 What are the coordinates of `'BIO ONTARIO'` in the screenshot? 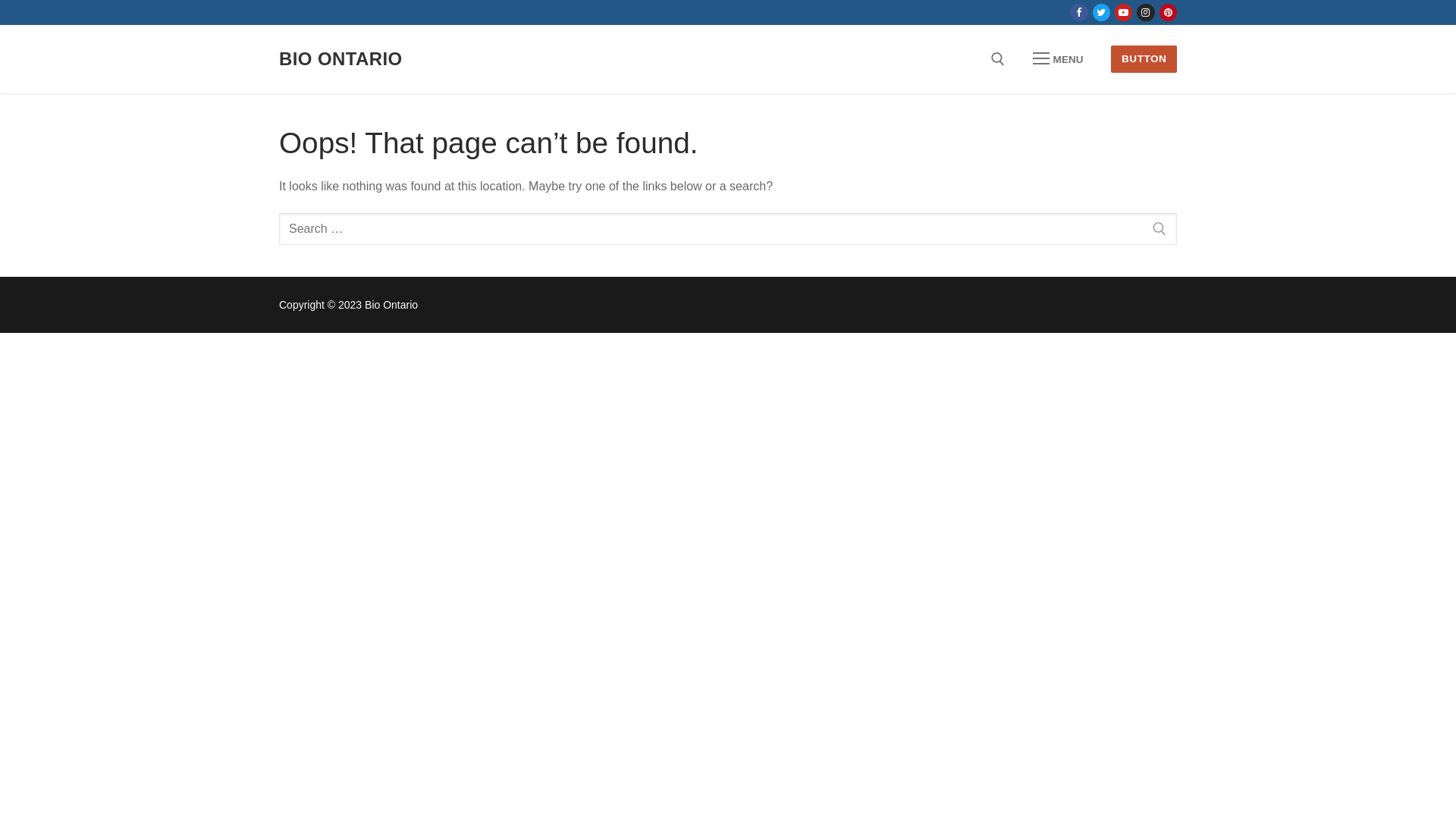 It's located at (279, 58).